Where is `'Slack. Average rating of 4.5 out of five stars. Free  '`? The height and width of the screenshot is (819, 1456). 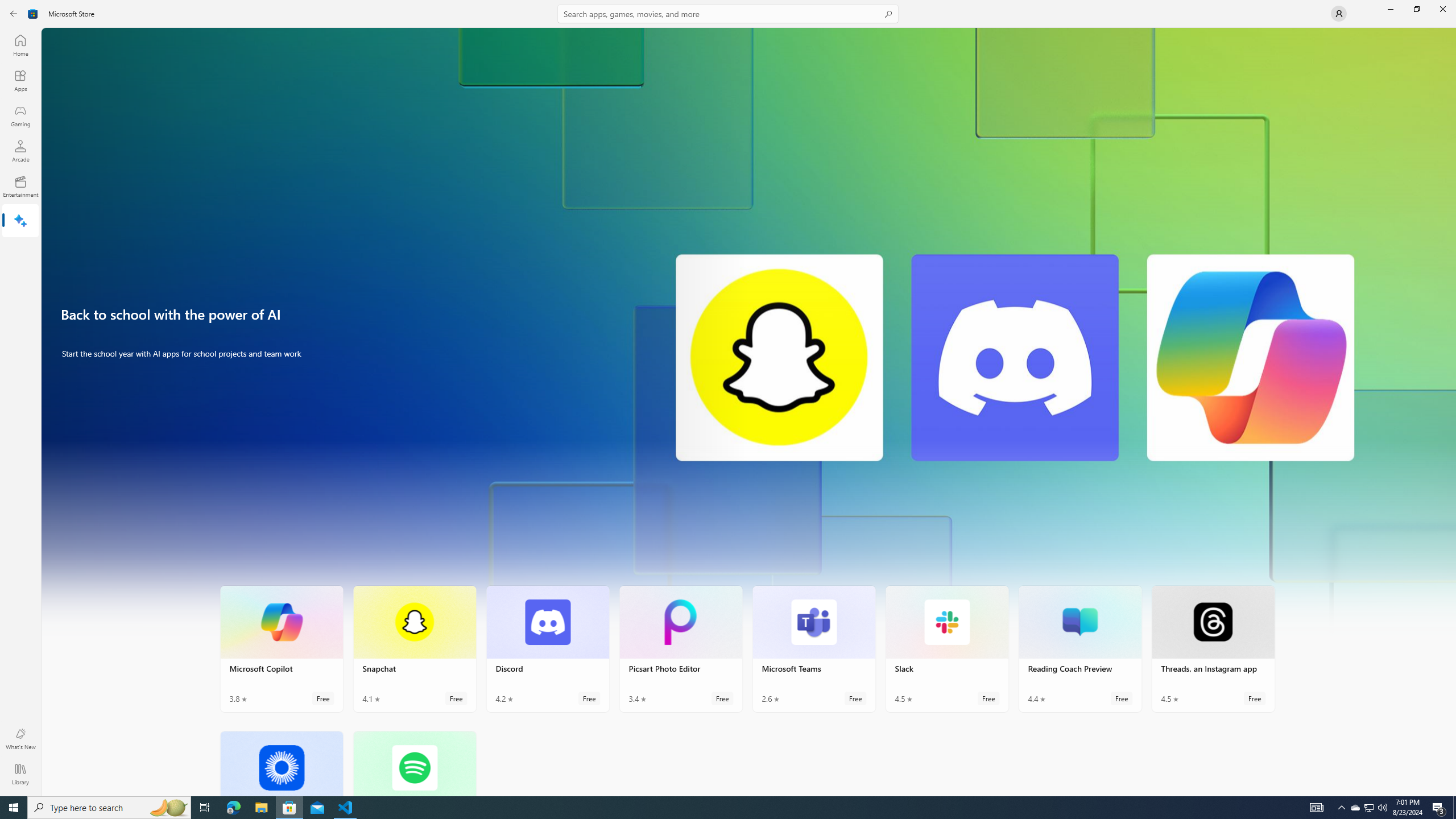 'Slack. Average rating of 4.5 out of five stars. Free  ' is located at coordinates (946, 649).